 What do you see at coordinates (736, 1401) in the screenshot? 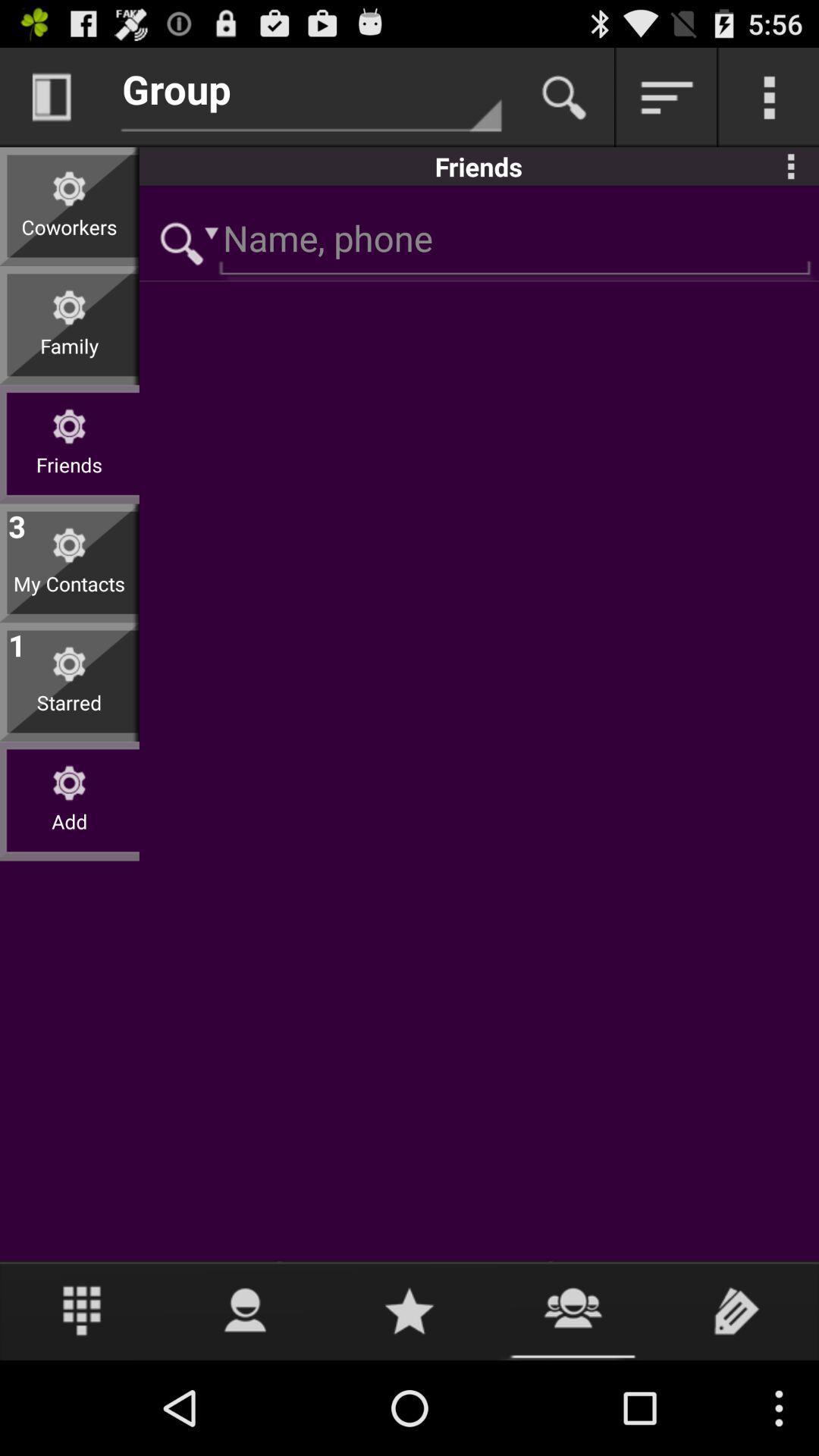
I see `the label icon` at bounding box center [736, 1401].